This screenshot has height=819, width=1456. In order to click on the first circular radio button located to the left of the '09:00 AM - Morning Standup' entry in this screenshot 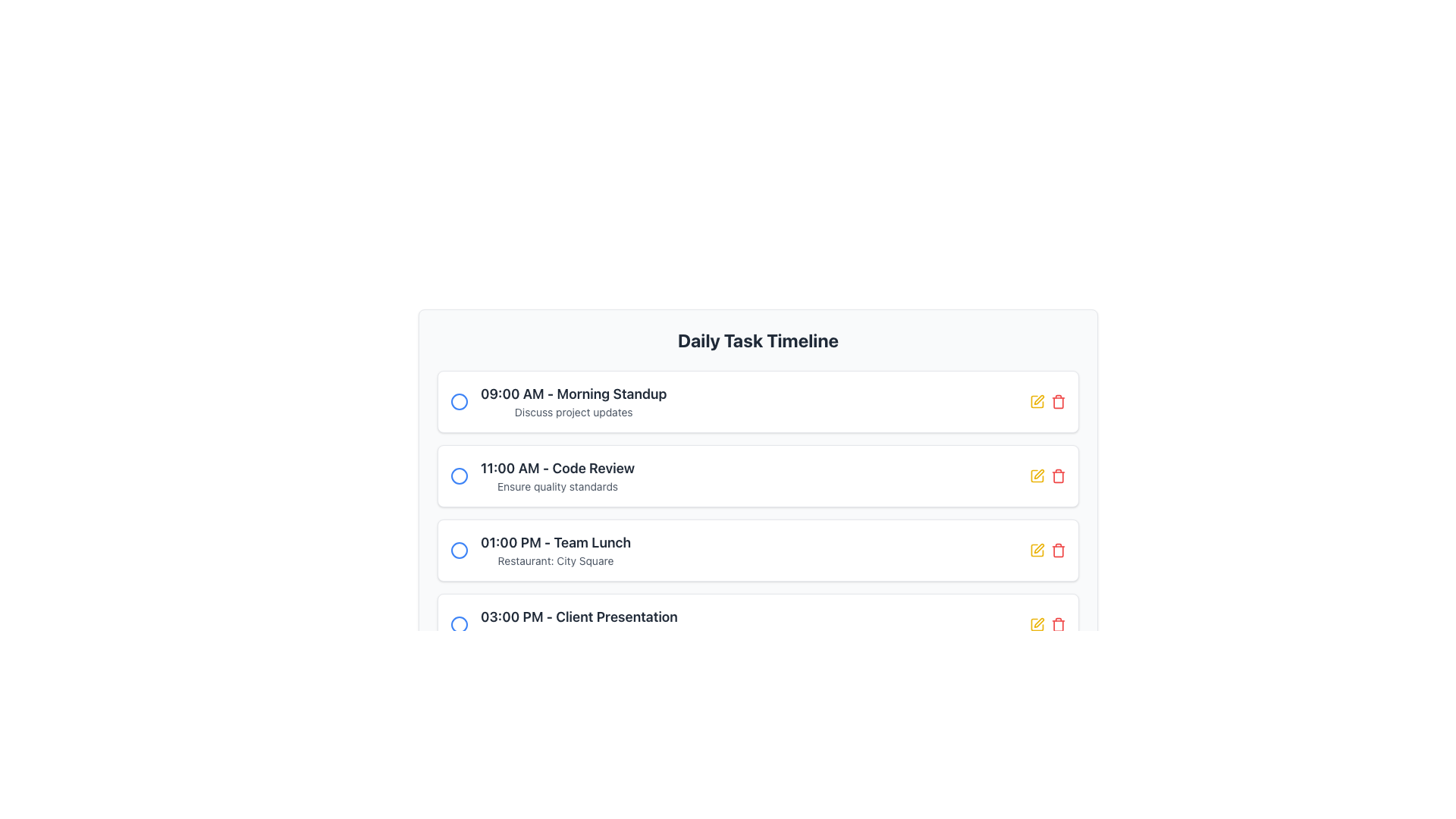, I will do `click(458, 400)`.